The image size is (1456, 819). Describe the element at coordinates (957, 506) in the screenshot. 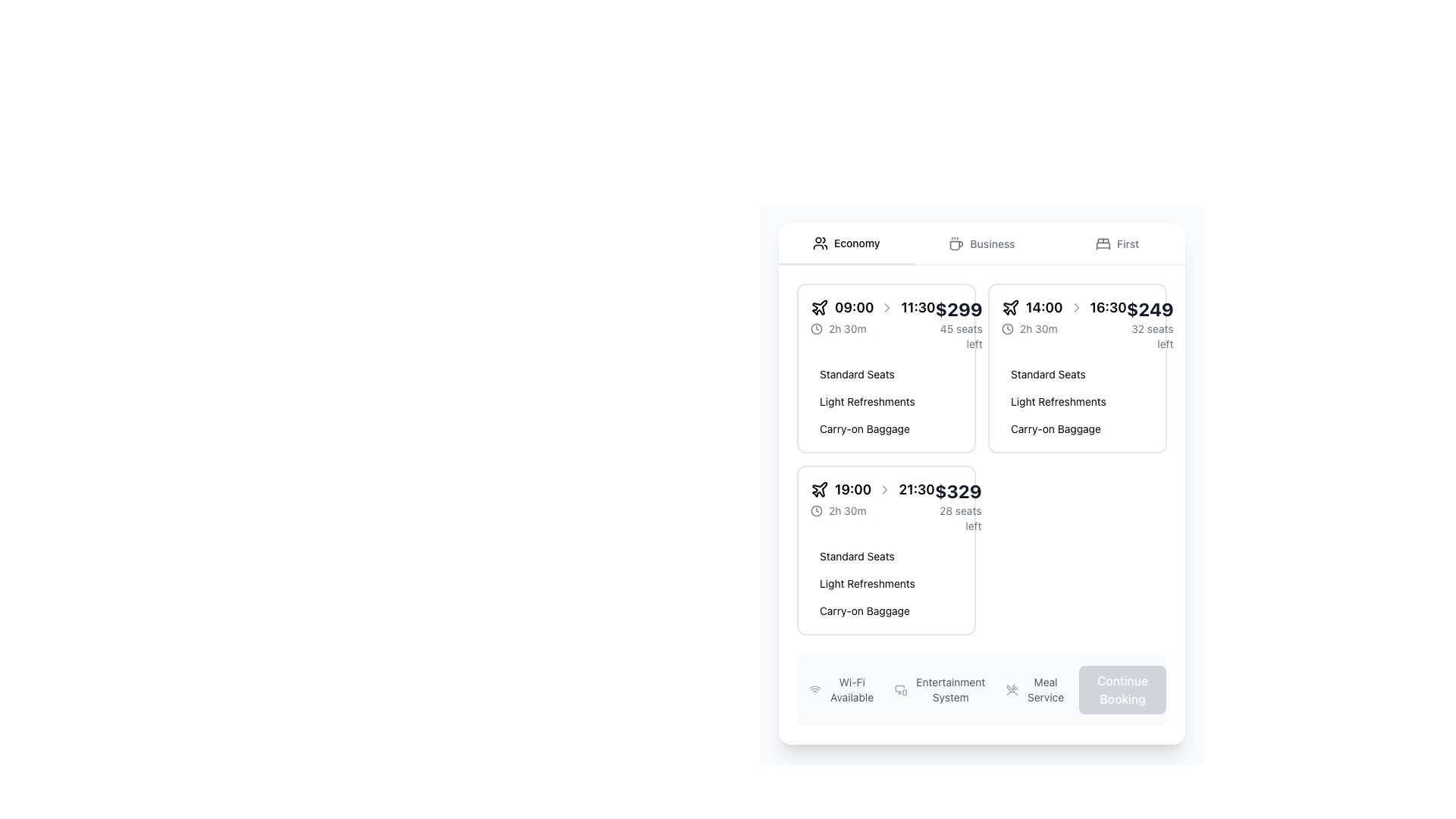

I see `data displayed in the Text block showing '$329' and '28 seats left' located in the lower-right corner of a list item within a grid layout` at that location.